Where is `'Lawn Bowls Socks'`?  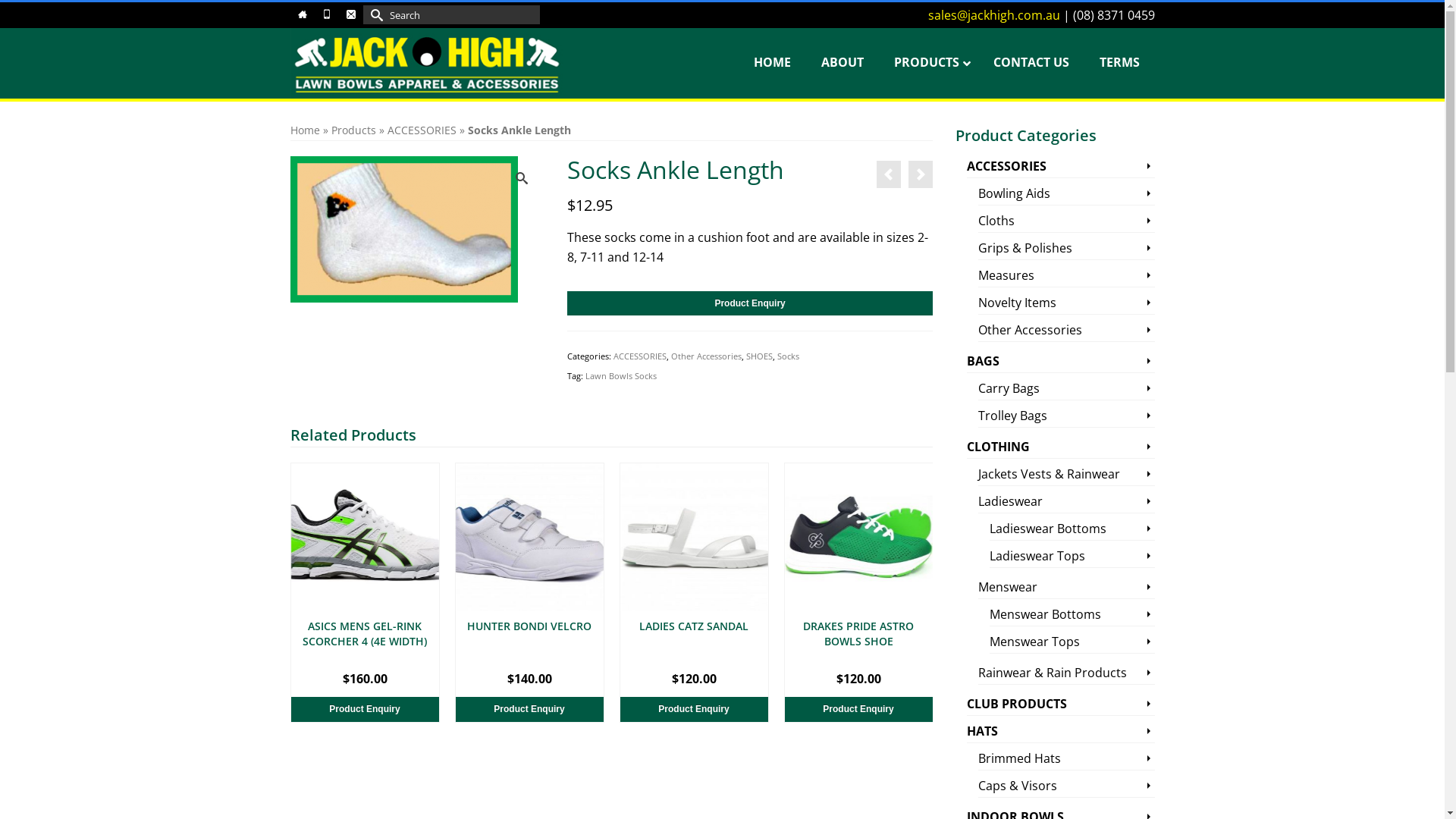
'Lawn Bowls Socks' is located at coordinates (621, 375).